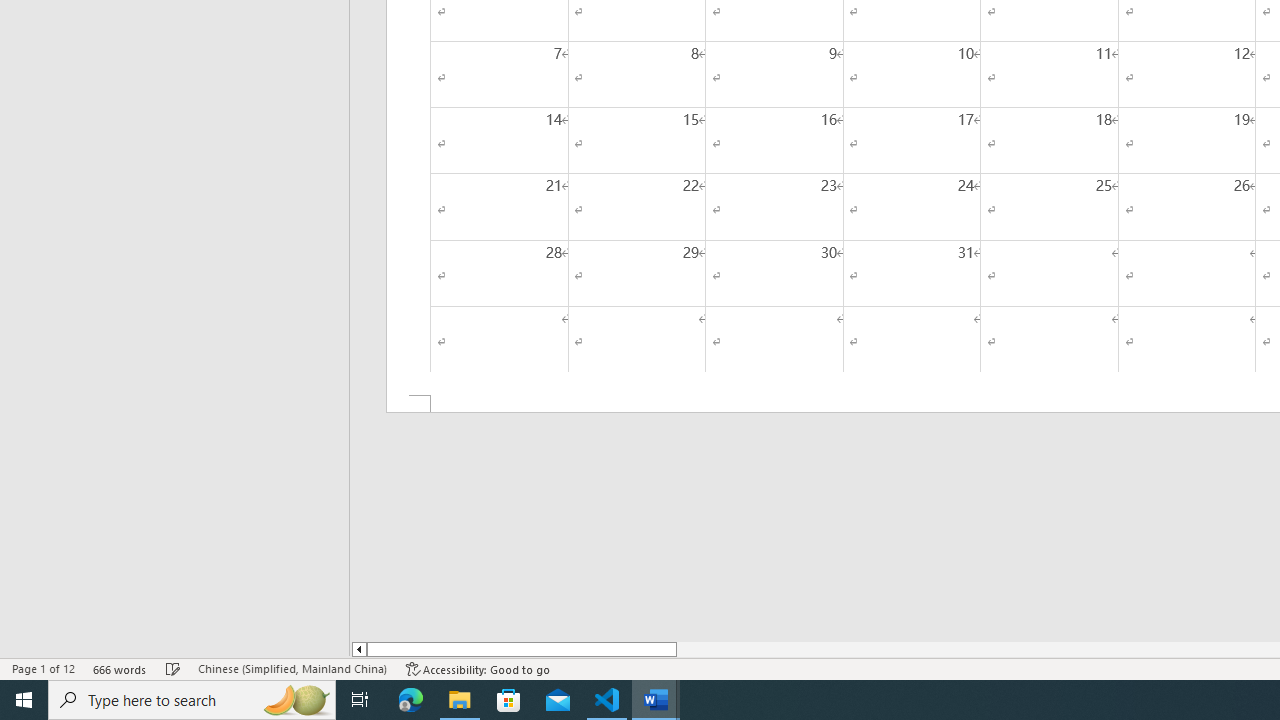 Image resolution: width=1280 pixels, height=720 pixels. I want to click on 'Page Number Page 1 of 12', so click(43, 669).